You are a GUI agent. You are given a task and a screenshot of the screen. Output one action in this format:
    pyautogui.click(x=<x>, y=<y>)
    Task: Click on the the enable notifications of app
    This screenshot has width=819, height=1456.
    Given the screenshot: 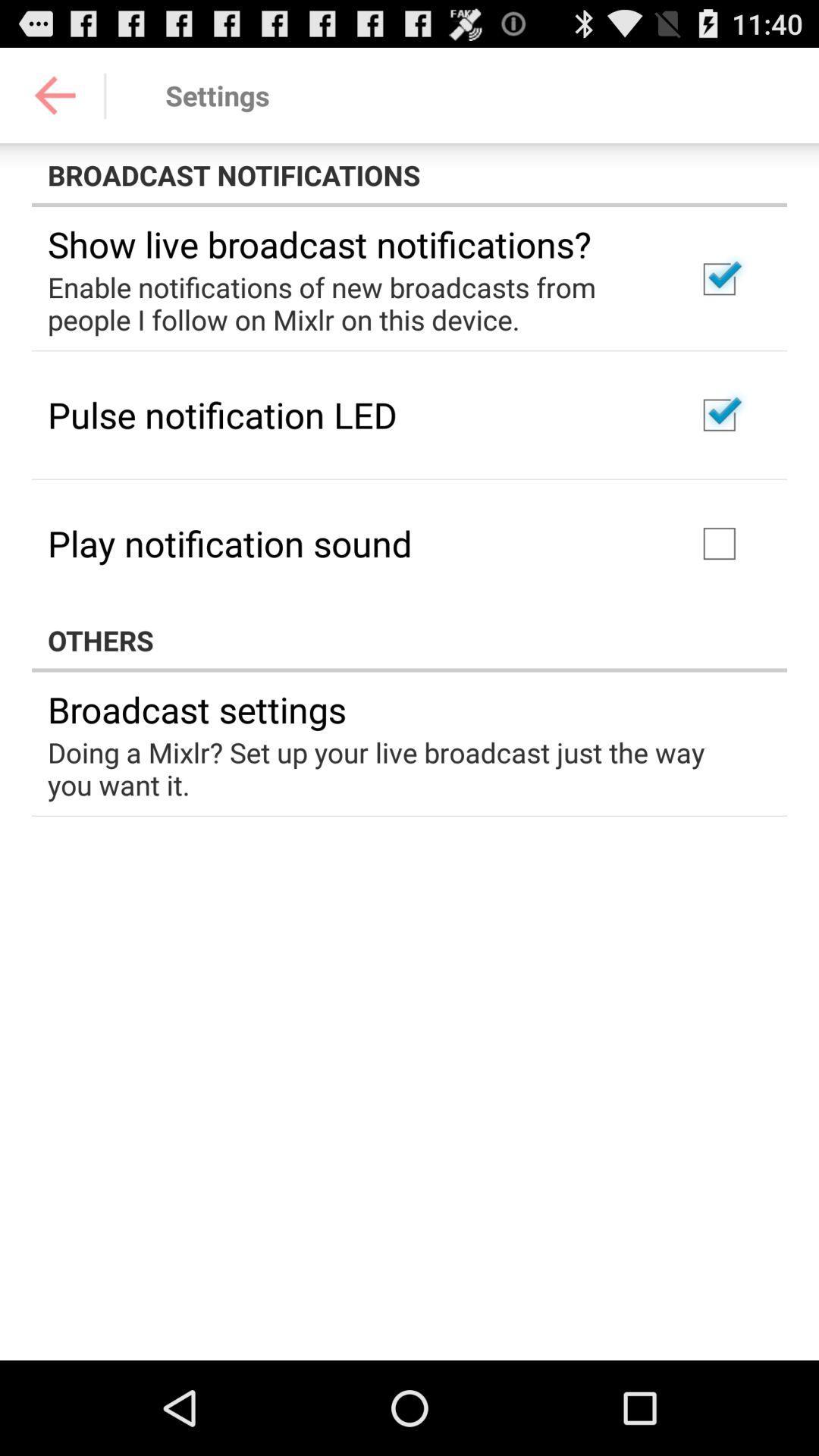 What is the action you would take?
    pyautogui.click(x=351, y=303)
    